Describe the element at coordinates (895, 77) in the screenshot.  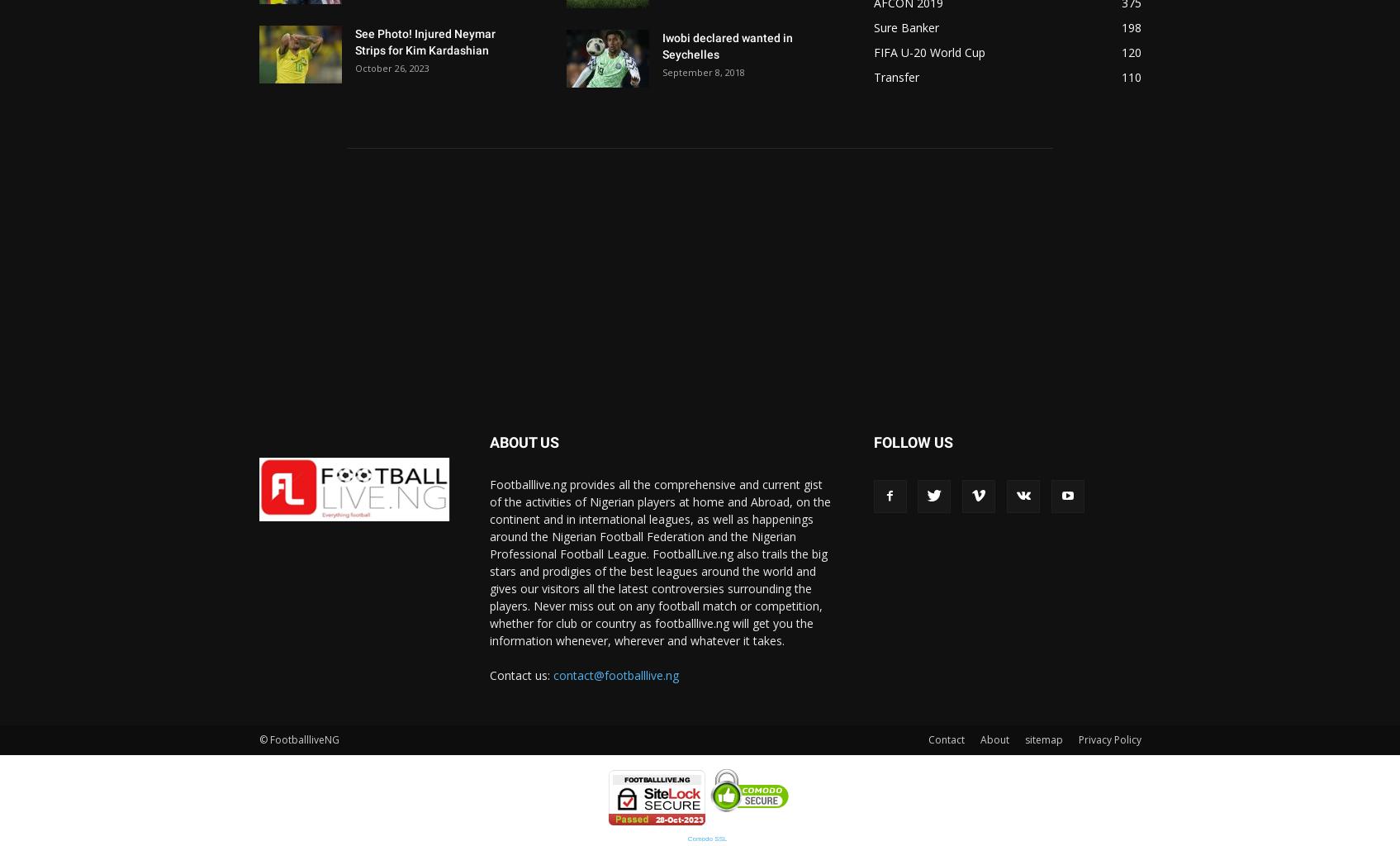
I see `'Transfer'` at that location.